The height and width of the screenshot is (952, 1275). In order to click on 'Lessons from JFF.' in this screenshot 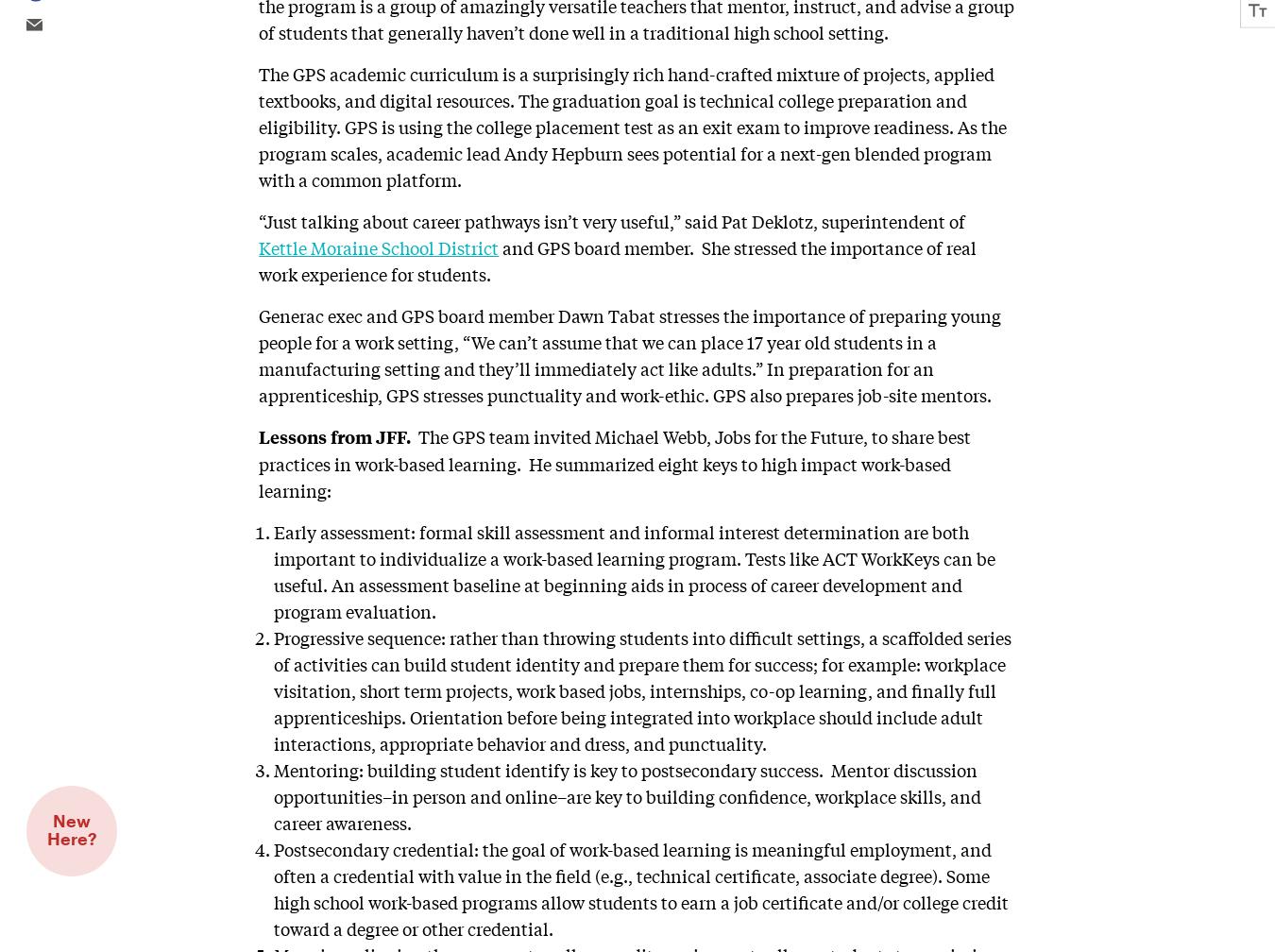, I will do `click(338, 435)`.